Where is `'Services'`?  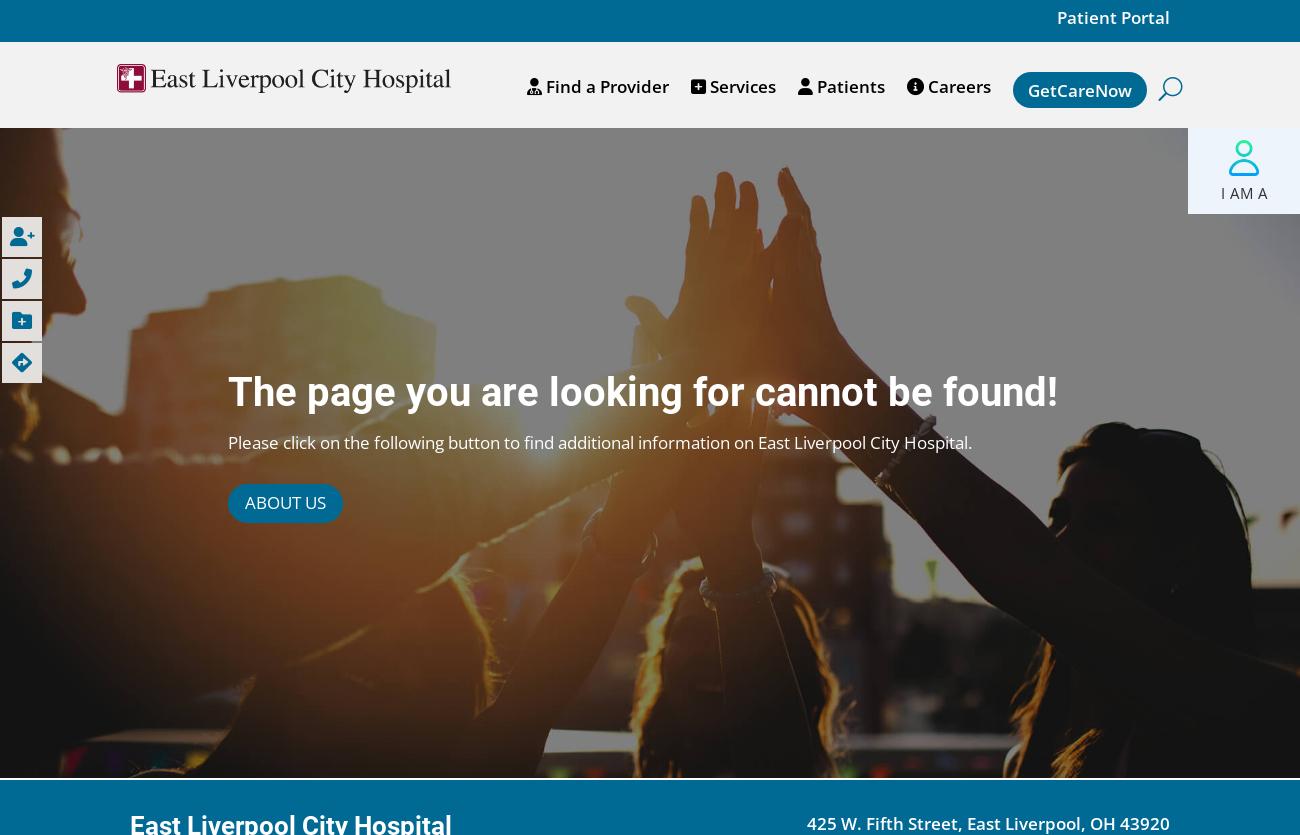 'Services' is located at coordinates (739, 84).